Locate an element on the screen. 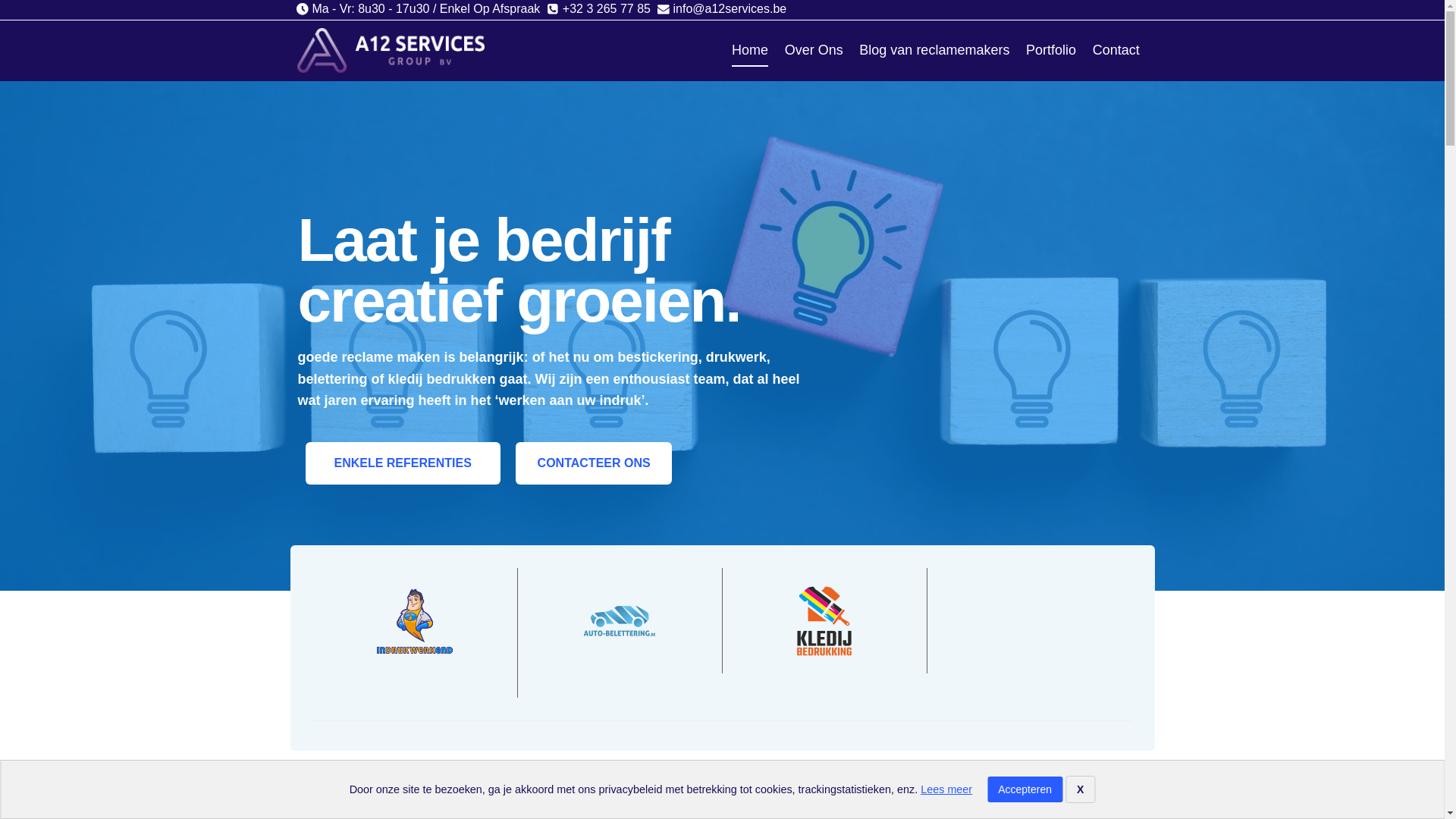 The image size is (1456, 819). 'ENKELE REFERENTIES' is located at coordinates (402, 462).